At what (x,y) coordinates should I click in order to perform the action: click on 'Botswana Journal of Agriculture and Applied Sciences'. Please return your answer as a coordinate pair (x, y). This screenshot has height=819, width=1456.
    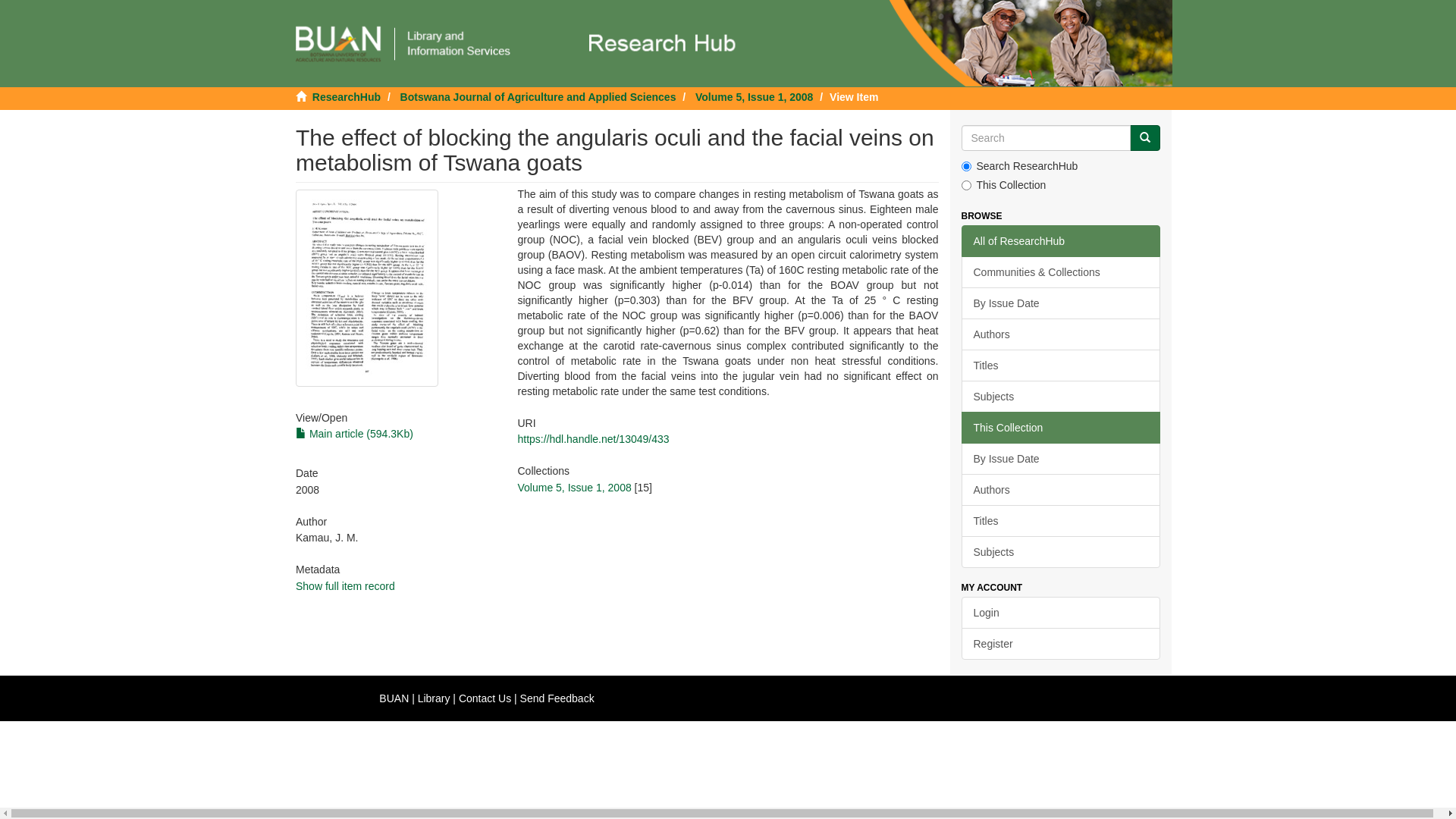
    Looking at the image, I should click on (538, 96).